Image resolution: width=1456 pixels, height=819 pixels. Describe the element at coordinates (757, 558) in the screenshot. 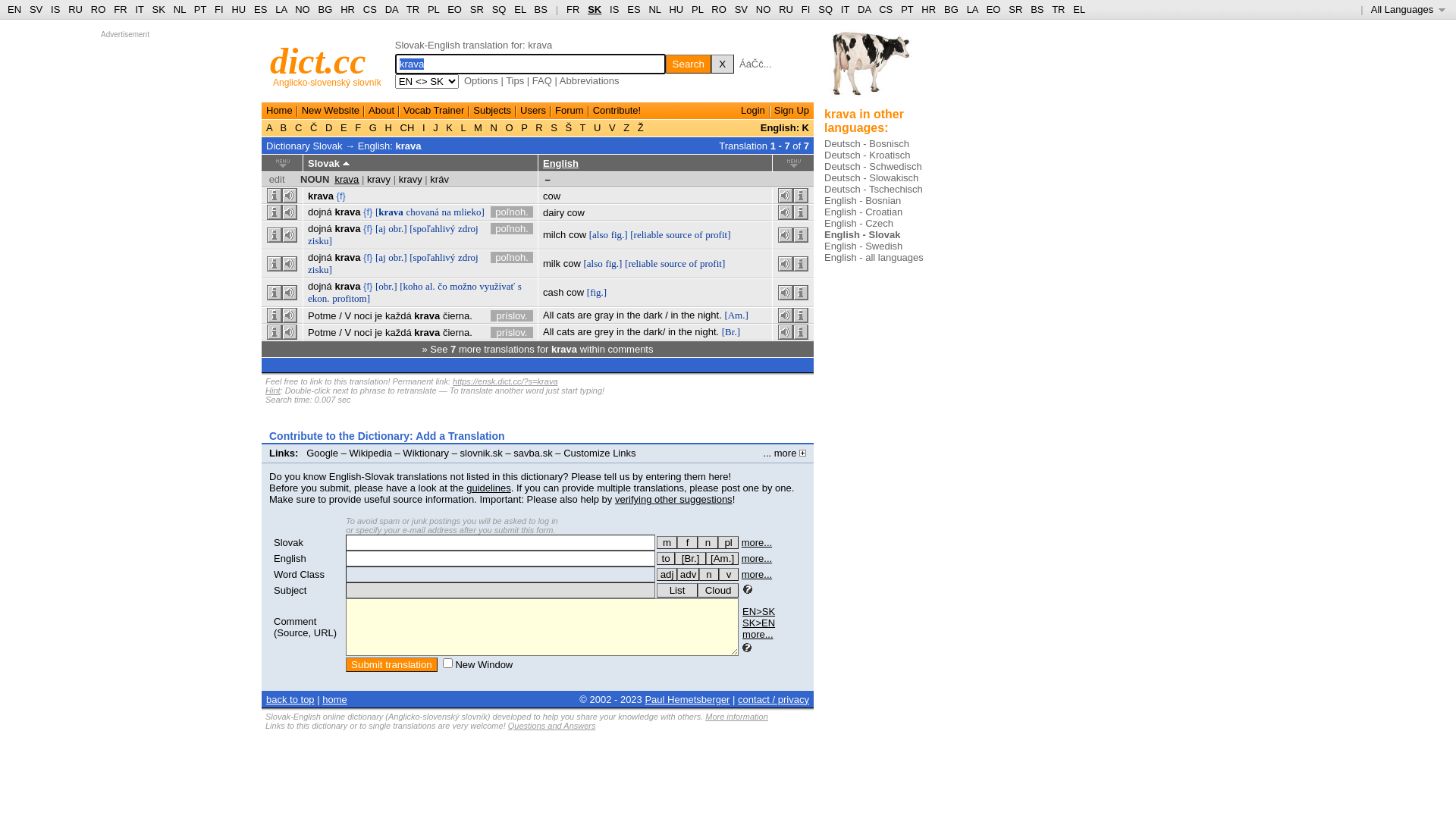

I see `'more...'` at that location.